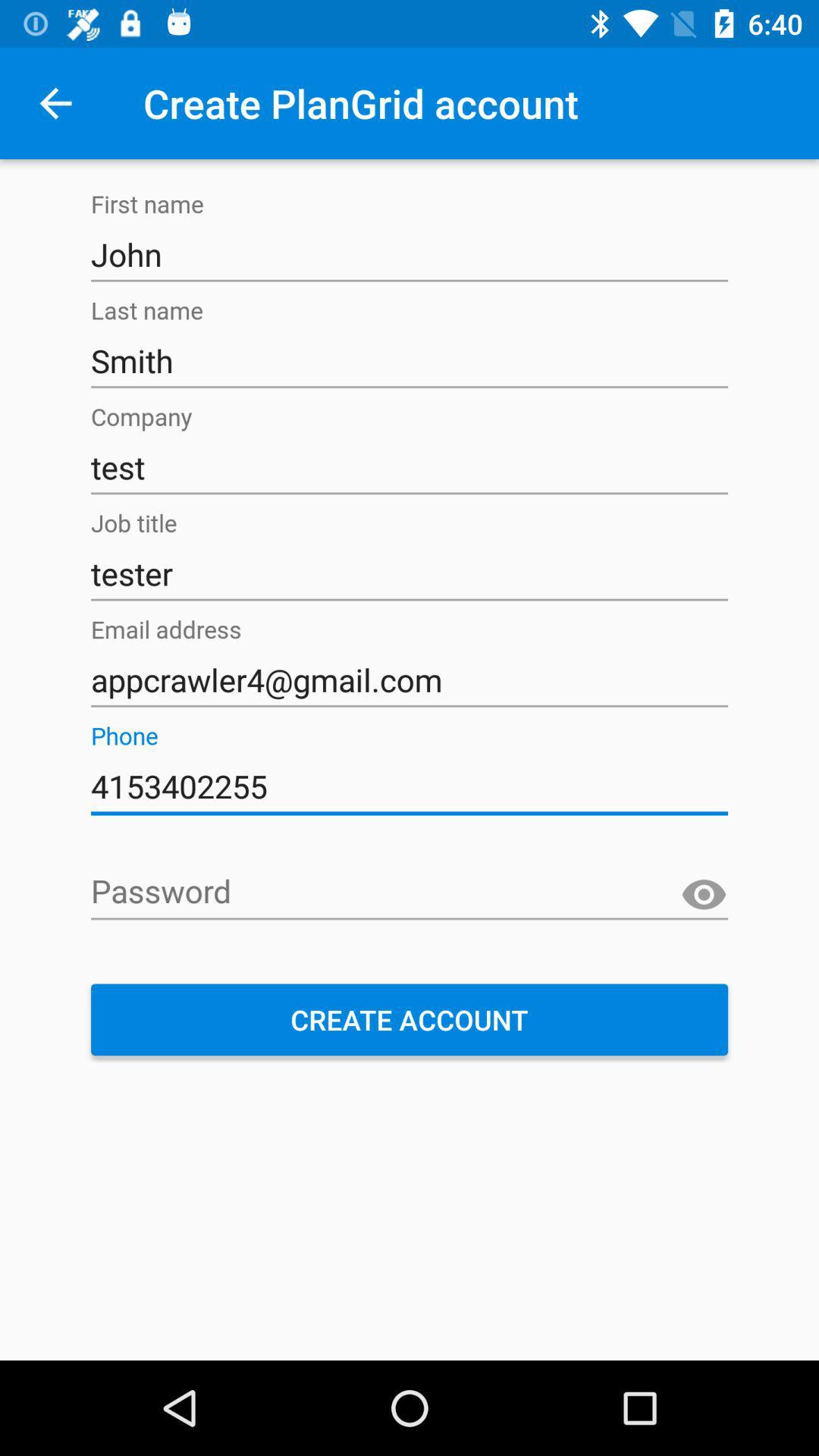 Image resolution: width=819 pixels, height=1456 pixels. I want to click on test, so click(409, 466).